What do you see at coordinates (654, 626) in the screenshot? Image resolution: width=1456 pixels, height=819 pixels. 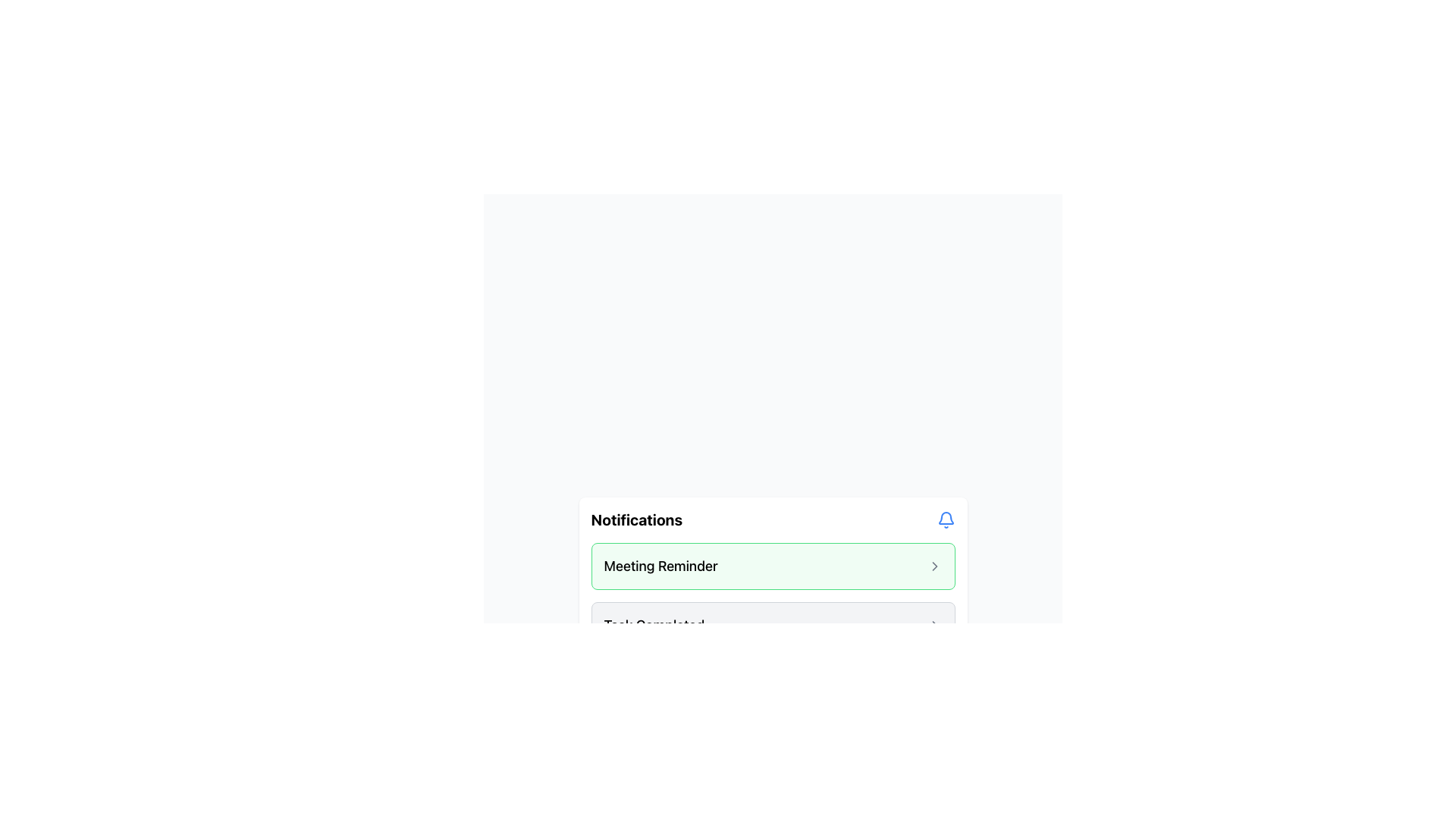 I see `the informational text label indicating task completion located in the second row of the notification list, below the 'Meeting Reminder' item` at bounding box center [654, 626].